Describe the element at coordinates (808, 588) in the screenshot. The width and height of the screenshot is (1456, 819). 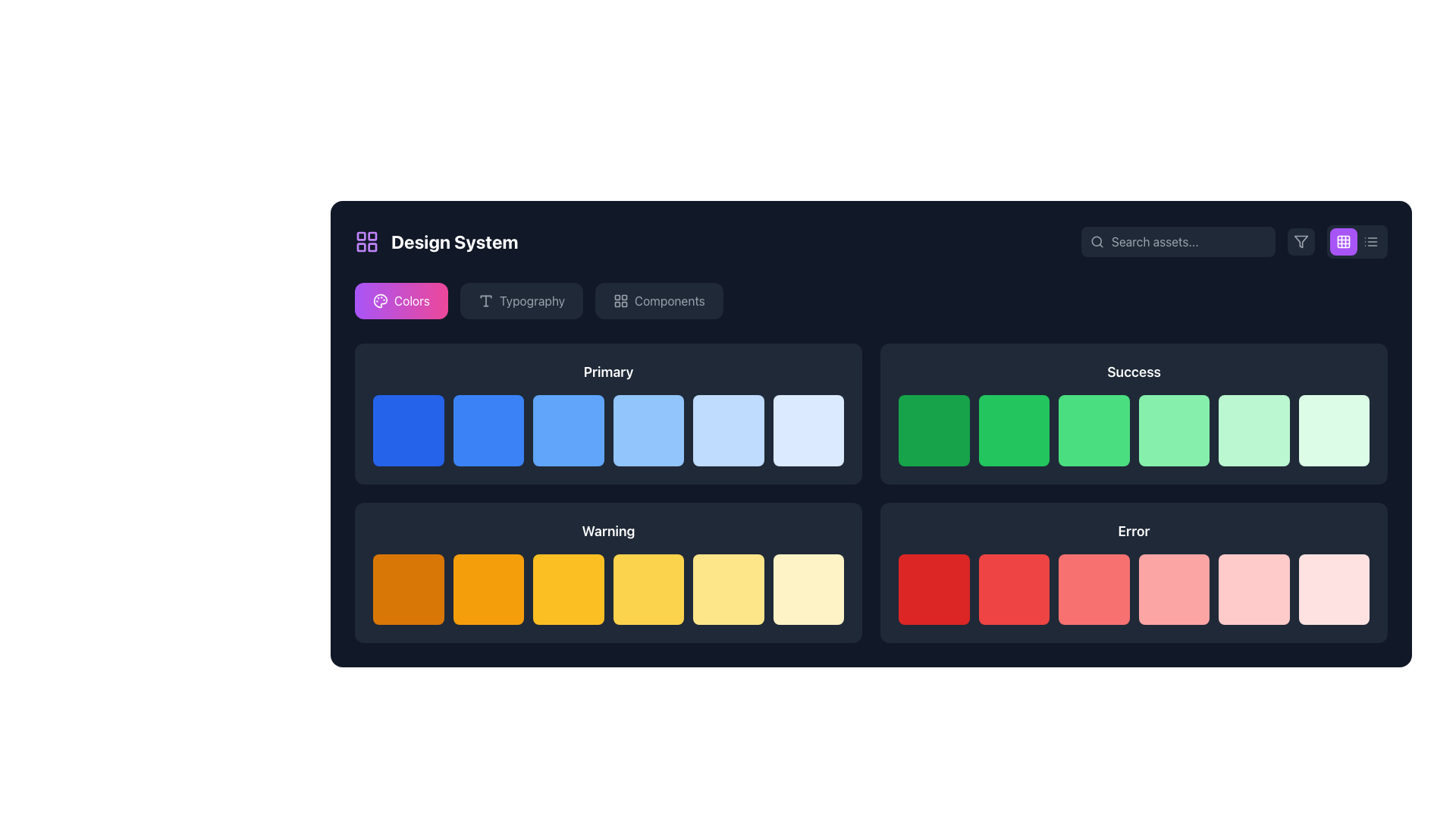
I see `the square tile with rounded corners and a light yellow background located in the sixth position of the 'Warning' category grid` at that location.